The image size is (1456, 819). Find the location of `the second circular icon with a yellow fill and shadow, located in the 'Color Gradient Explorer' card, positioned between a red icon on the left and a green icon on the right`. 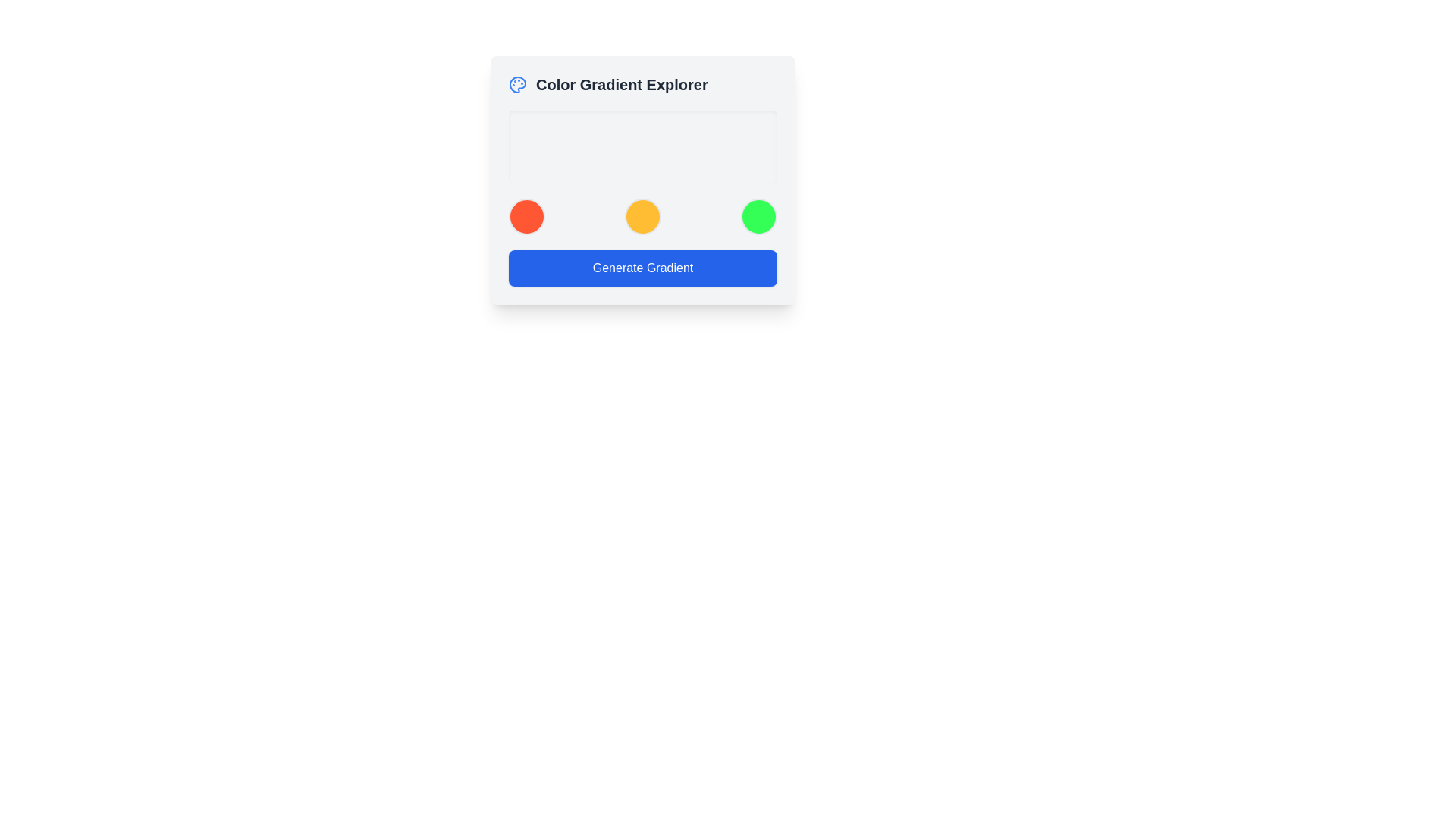

the second circular icon with a yellow fill and shadow, located in the 'Color Gradient Explorer' card, positioned between a red icon on the left and a green icon on the right is located at coordinates (643, 216).